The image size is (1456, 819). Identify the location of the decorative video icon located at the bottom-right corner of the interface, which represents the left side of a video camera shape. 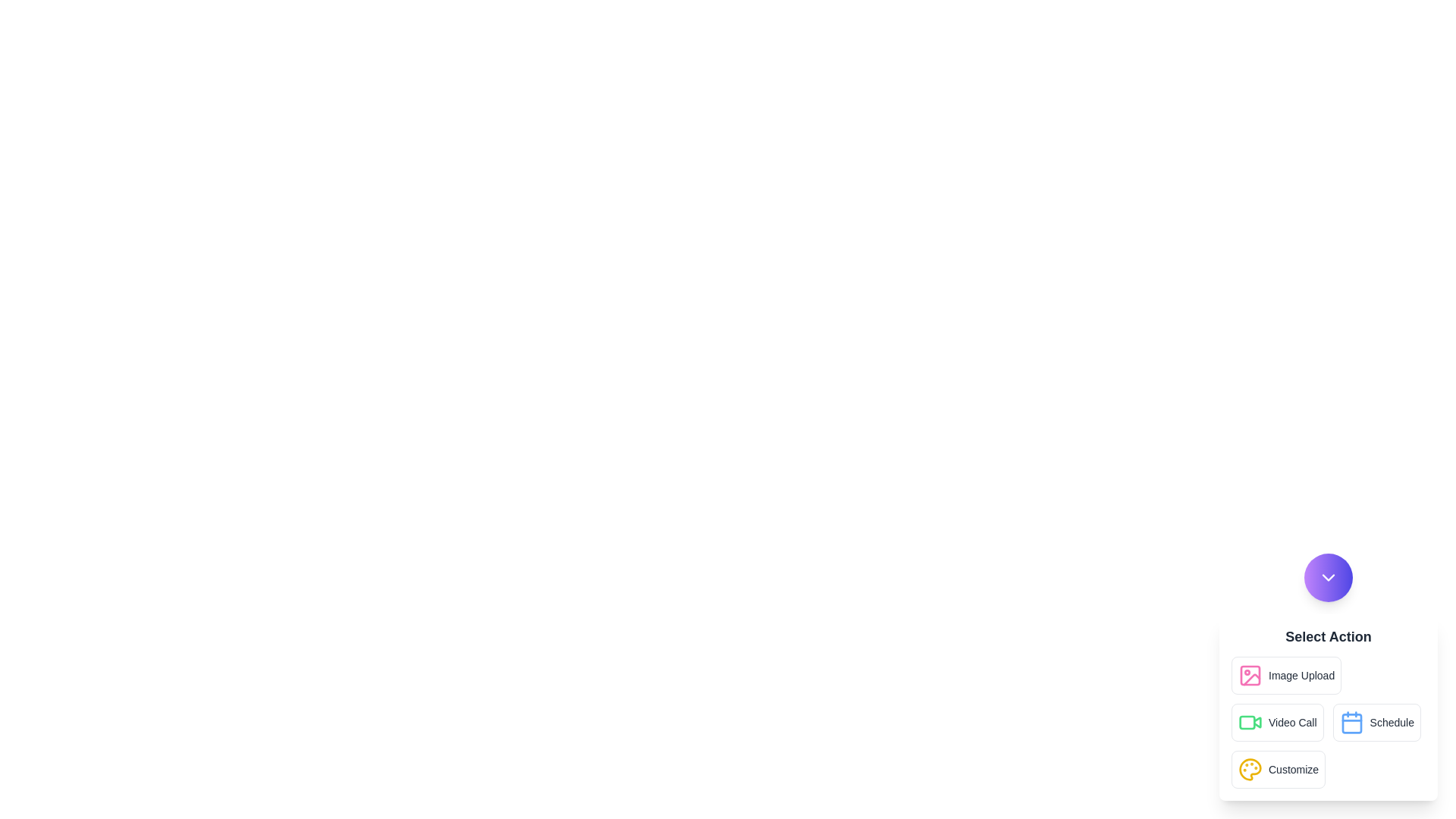
(1247, 721).